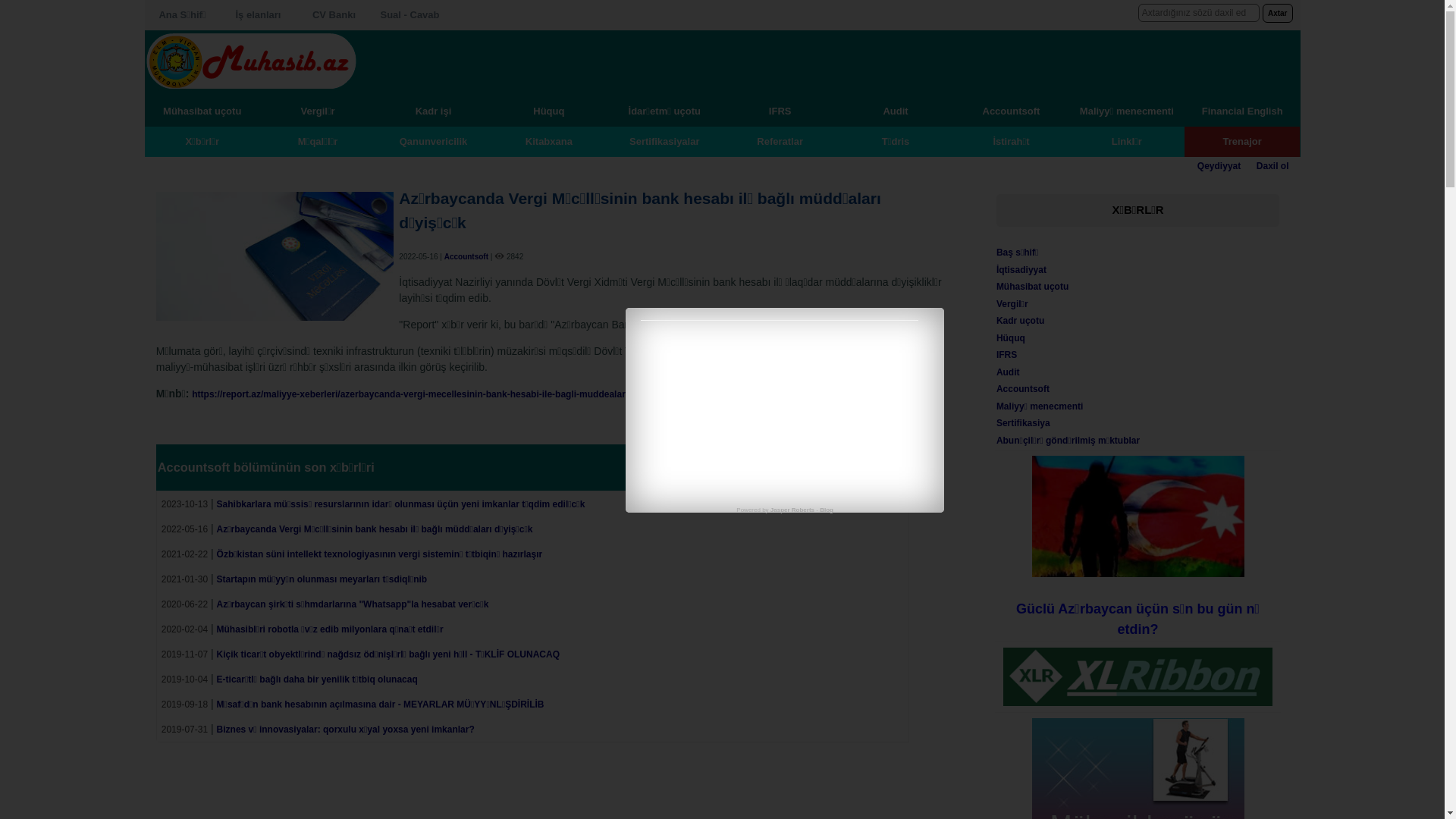 The image size is (1456, 819). I want to click on 'Sual - Cavab', so click(409, 14).